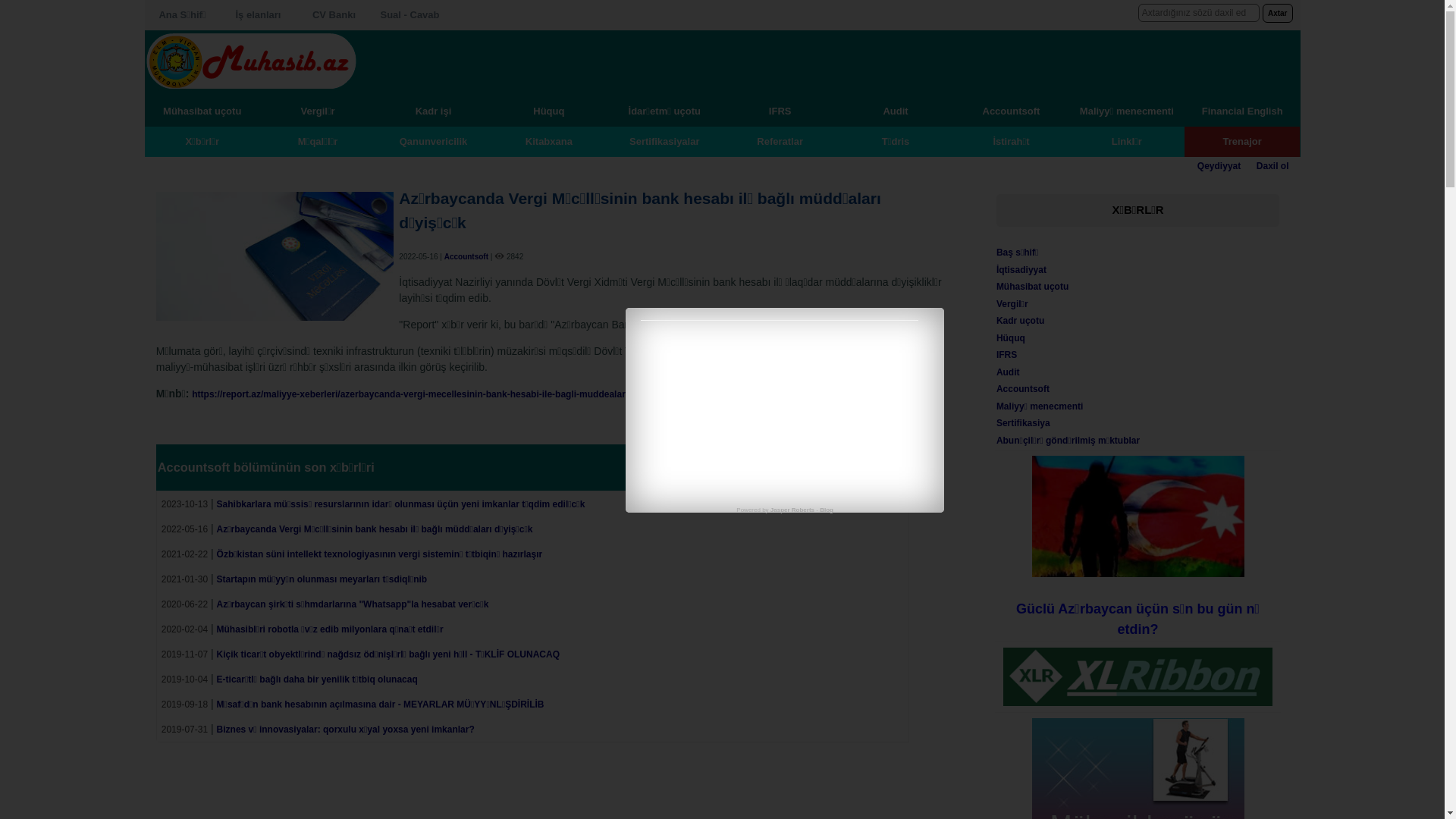 The image size is (1456, 819). I want to click on 'Sual - Cavab', so click(409, 14).